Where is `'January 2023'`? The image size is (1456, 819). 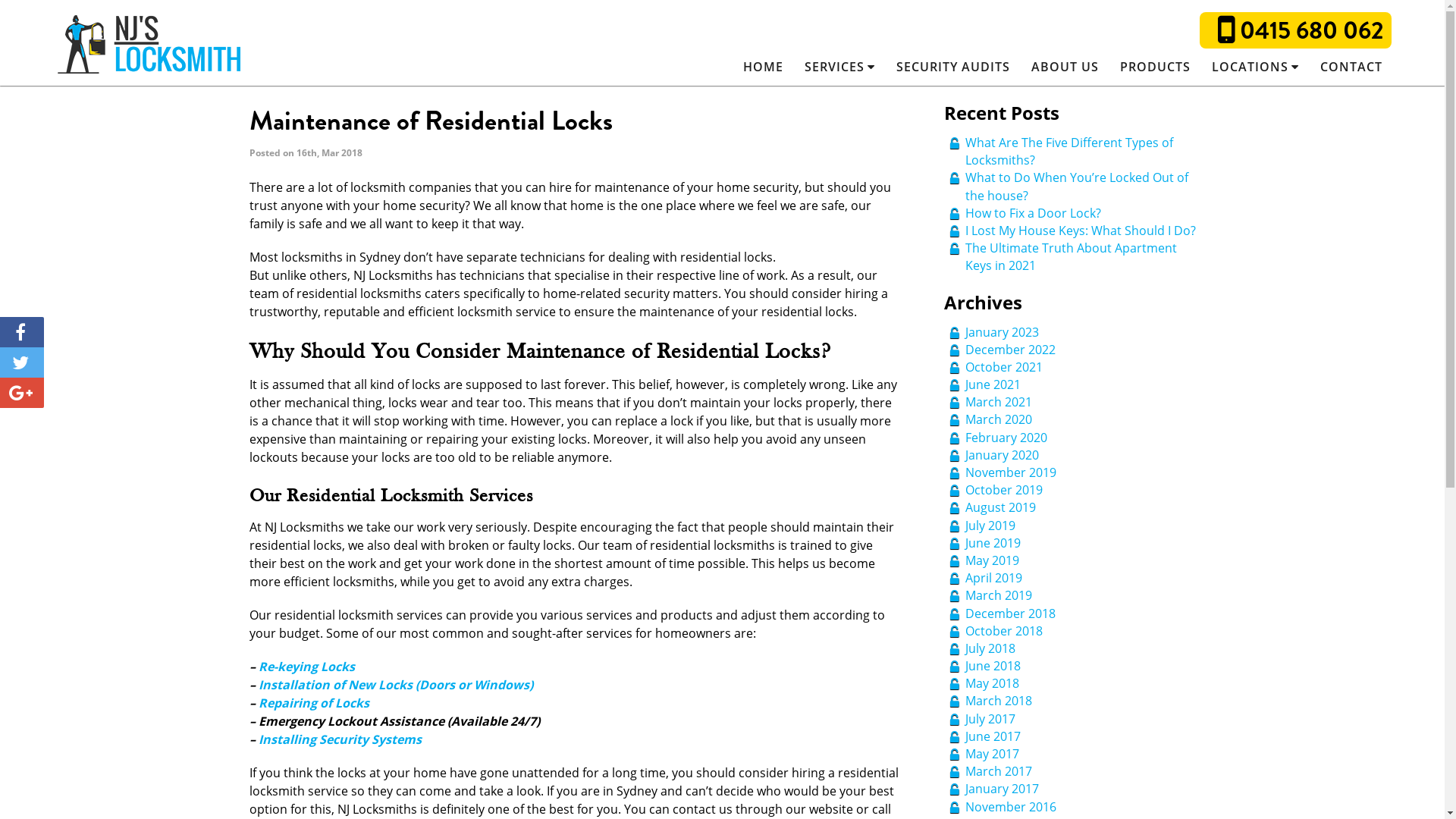 'January 2023' is located at coordinates (1001, 330).